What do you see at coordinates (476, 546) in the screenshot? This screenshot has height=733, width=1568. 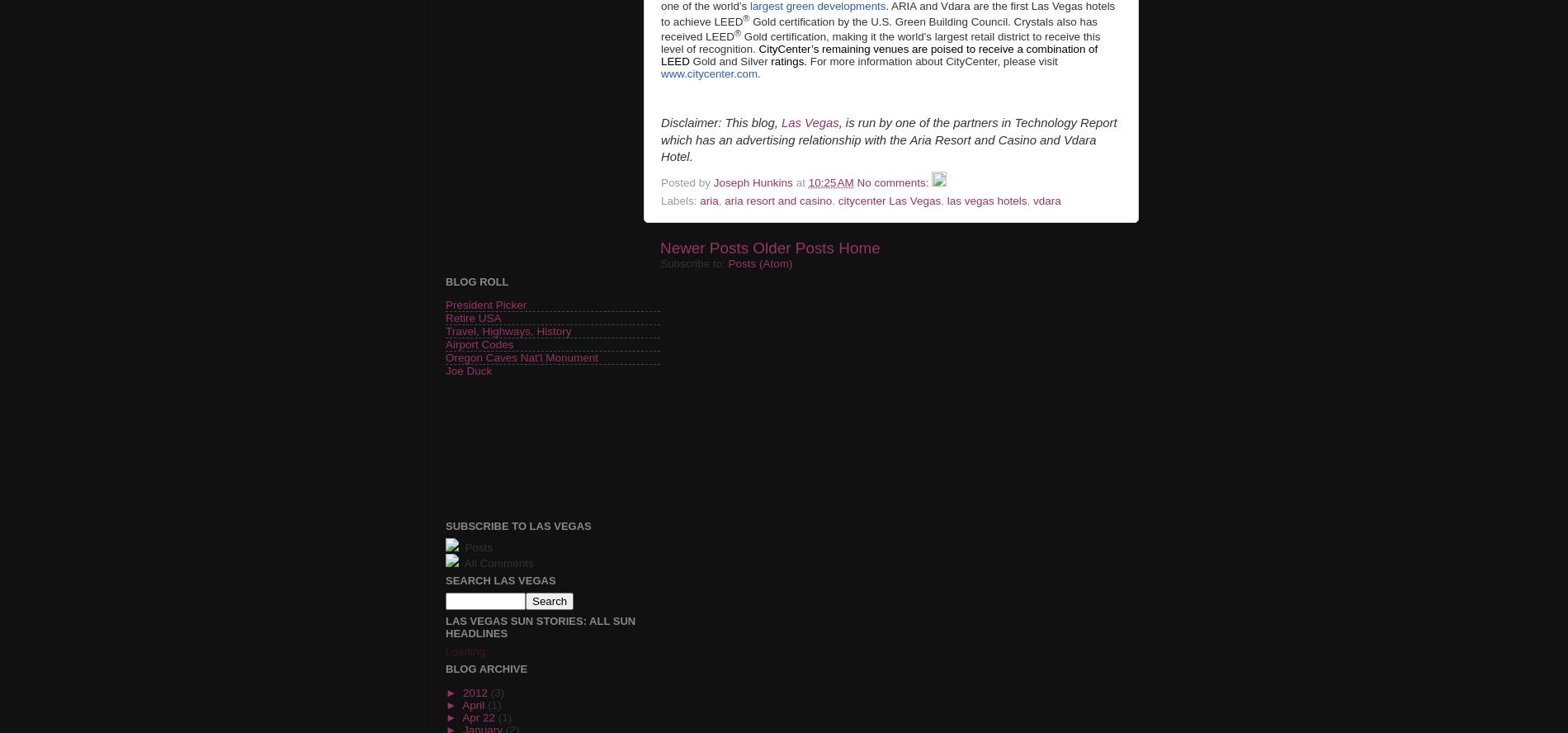 I see `'Posts'` at bounding box center [476, 546].